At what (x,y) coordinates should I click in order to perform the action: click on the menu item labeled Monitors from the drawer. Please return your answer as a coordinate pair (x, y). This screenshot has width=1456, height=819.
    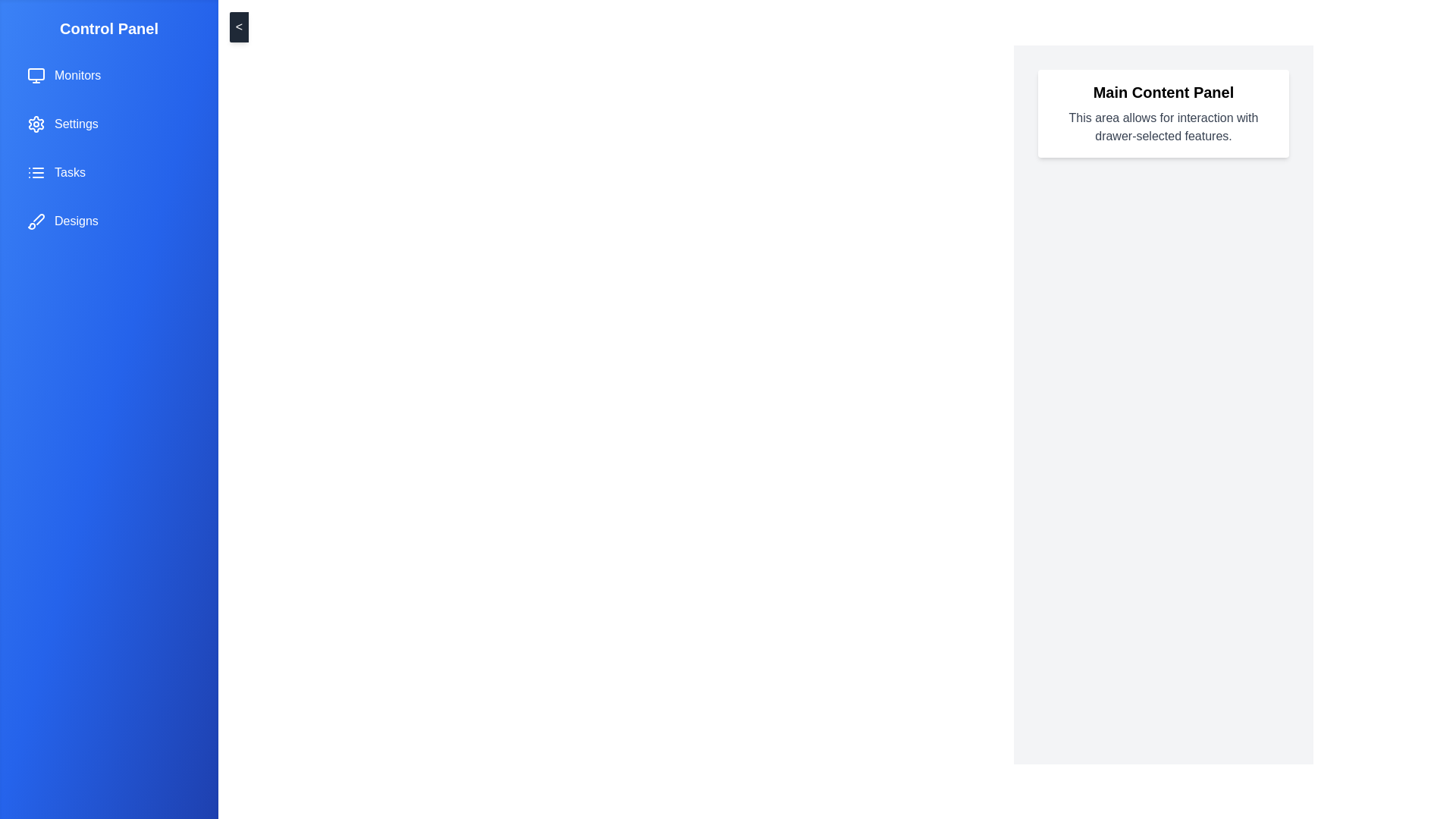
    Looking at the image, I should click on (108, 76).